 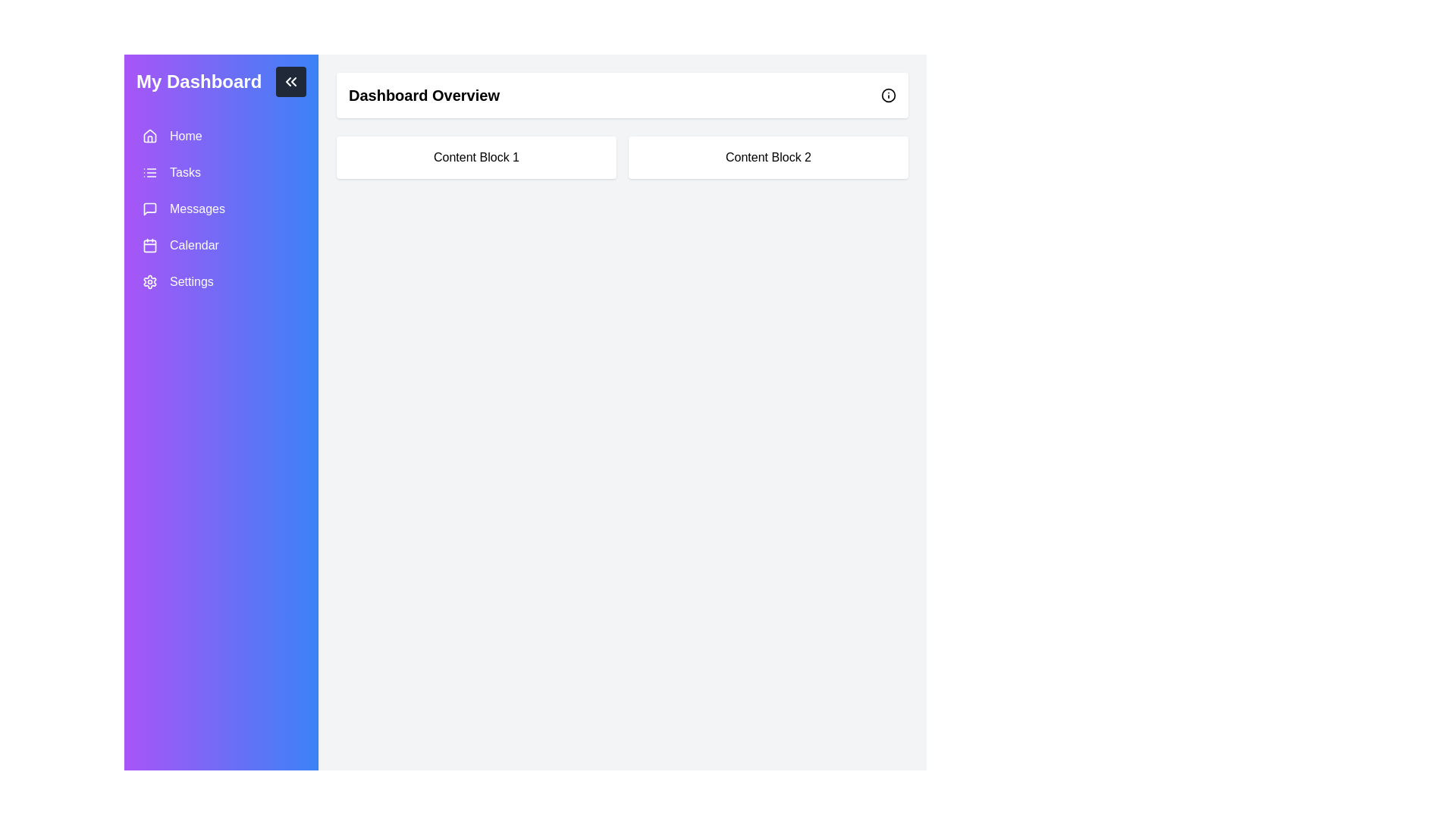 I want to click on navigation label indicating the section or page of the interface related to 'Home', so click(x=185, y=136).